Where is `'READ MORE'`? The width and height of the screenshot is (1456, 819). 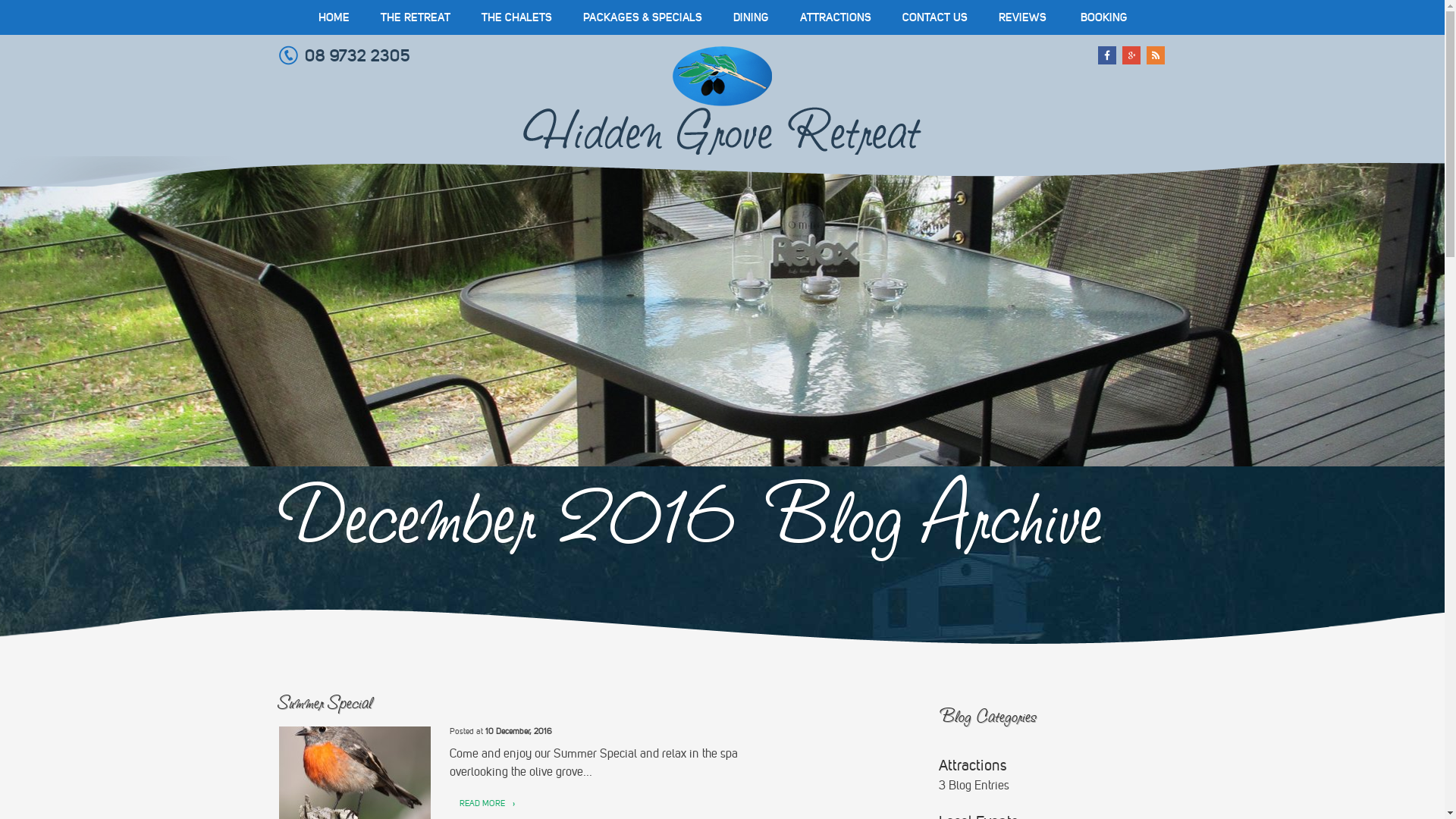
'READ MORE' is located at coordinates (480, 803).